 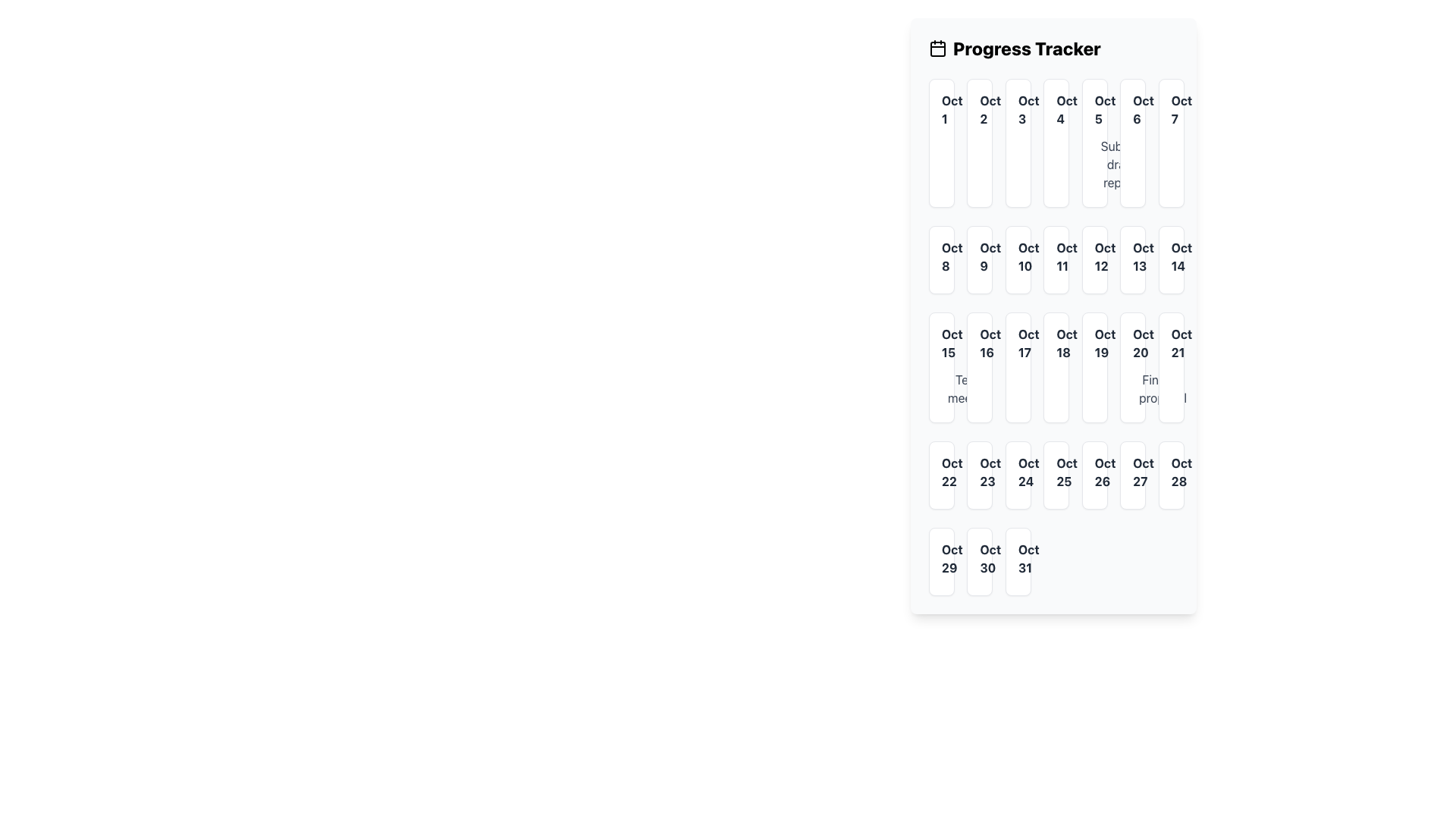 What do you see at coordinates (1094, 259) in the screenshot?
I see `the Date Card representing 'October 12th' in the calendar view` at bounding box center [1094, 259].